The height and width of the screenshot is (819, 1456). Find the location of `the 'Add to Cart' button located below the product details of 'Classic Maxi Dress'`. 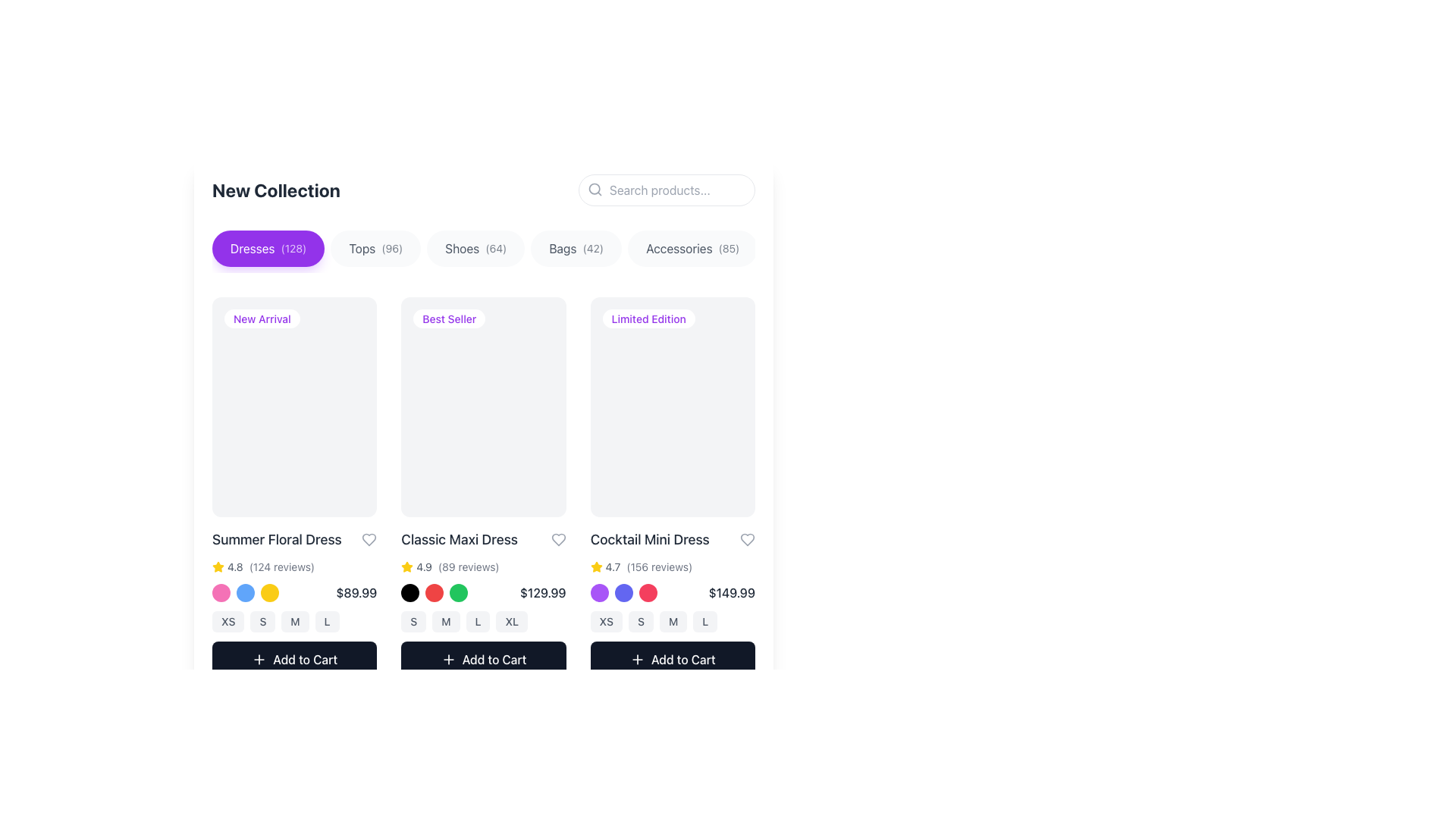

the 'Add to Cart' button located below the product details of 'Classic Maxi Dress' is located at coordinates (494, 658).